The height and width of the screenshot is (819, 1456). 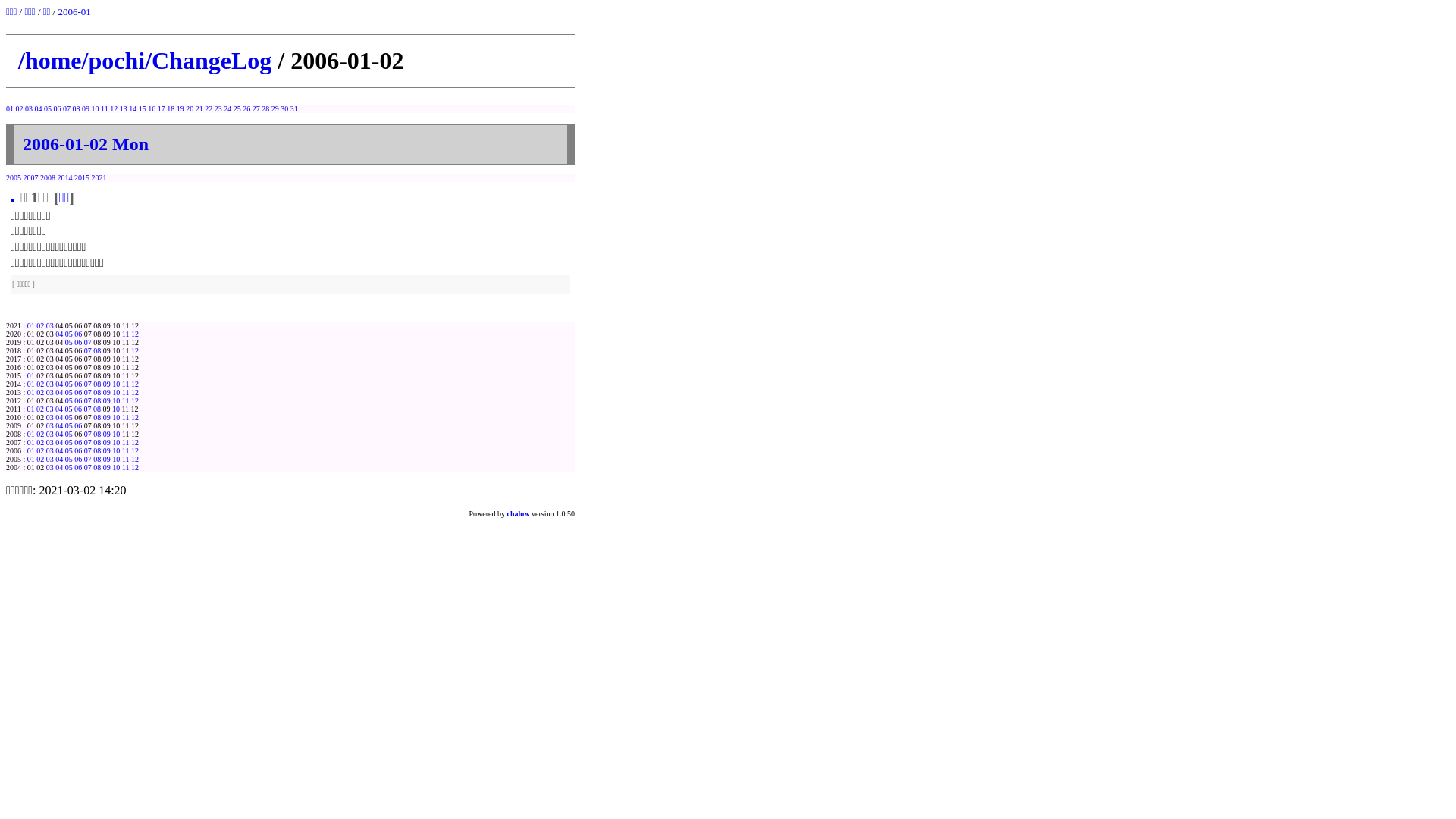 What do you see at coordinates (39, 383) in the screenshot?
I see `'02'` at bounding box center [39, 383].